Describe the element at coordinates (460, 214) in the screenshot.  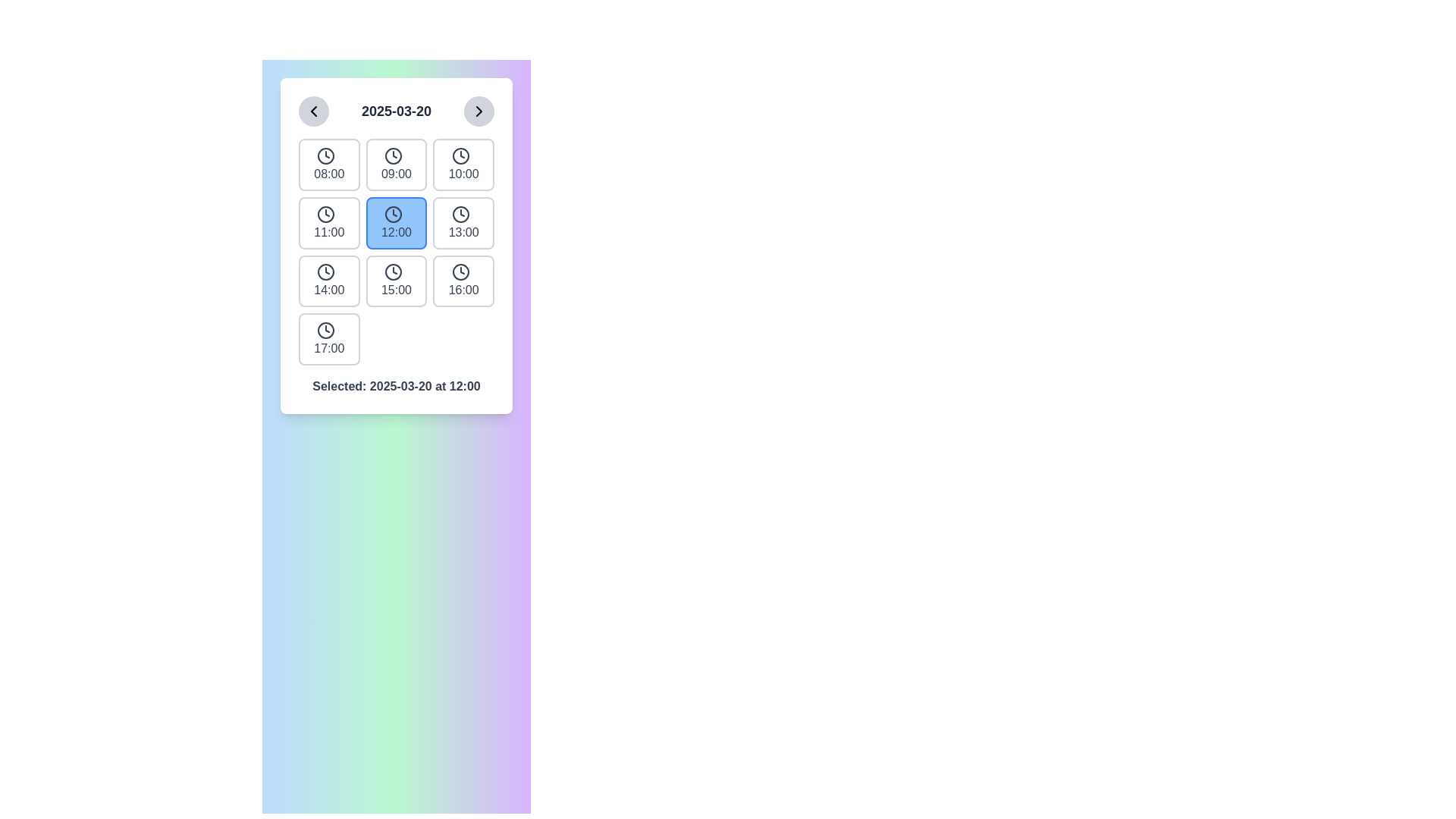
I see `the clock icon representing the time slot for '13:00' in the time slot selector interface` at that location.